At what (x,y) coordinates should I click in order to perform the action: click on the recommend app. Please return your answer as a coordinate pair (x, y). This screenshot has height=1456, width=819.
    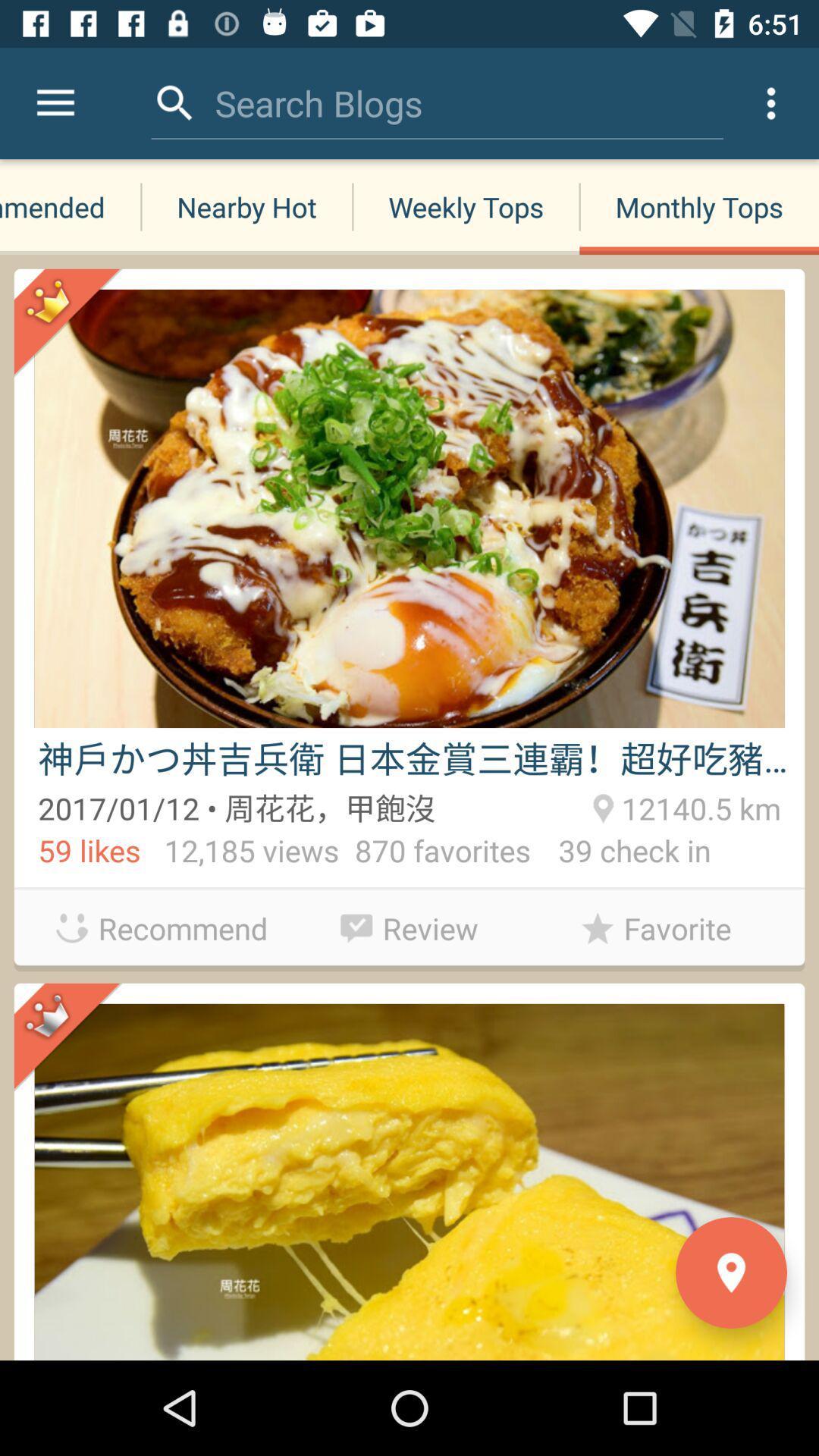
    Looking at the image, I should click on (162, 927).